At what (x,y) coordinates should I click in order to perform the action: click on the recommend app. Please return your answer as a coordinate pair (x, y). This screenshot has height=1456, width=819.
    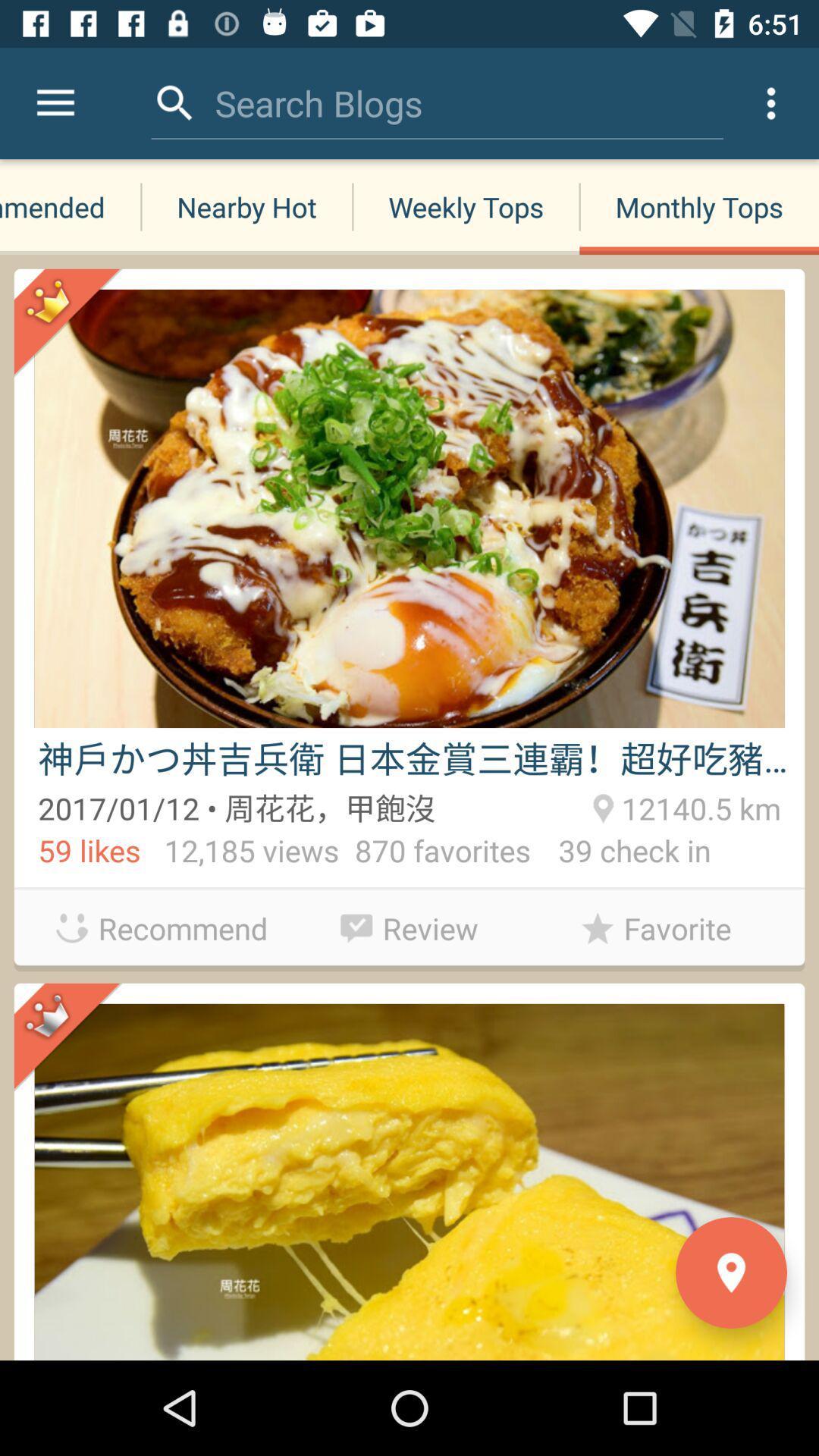
    Looking at the image, I should click on (162, 927).